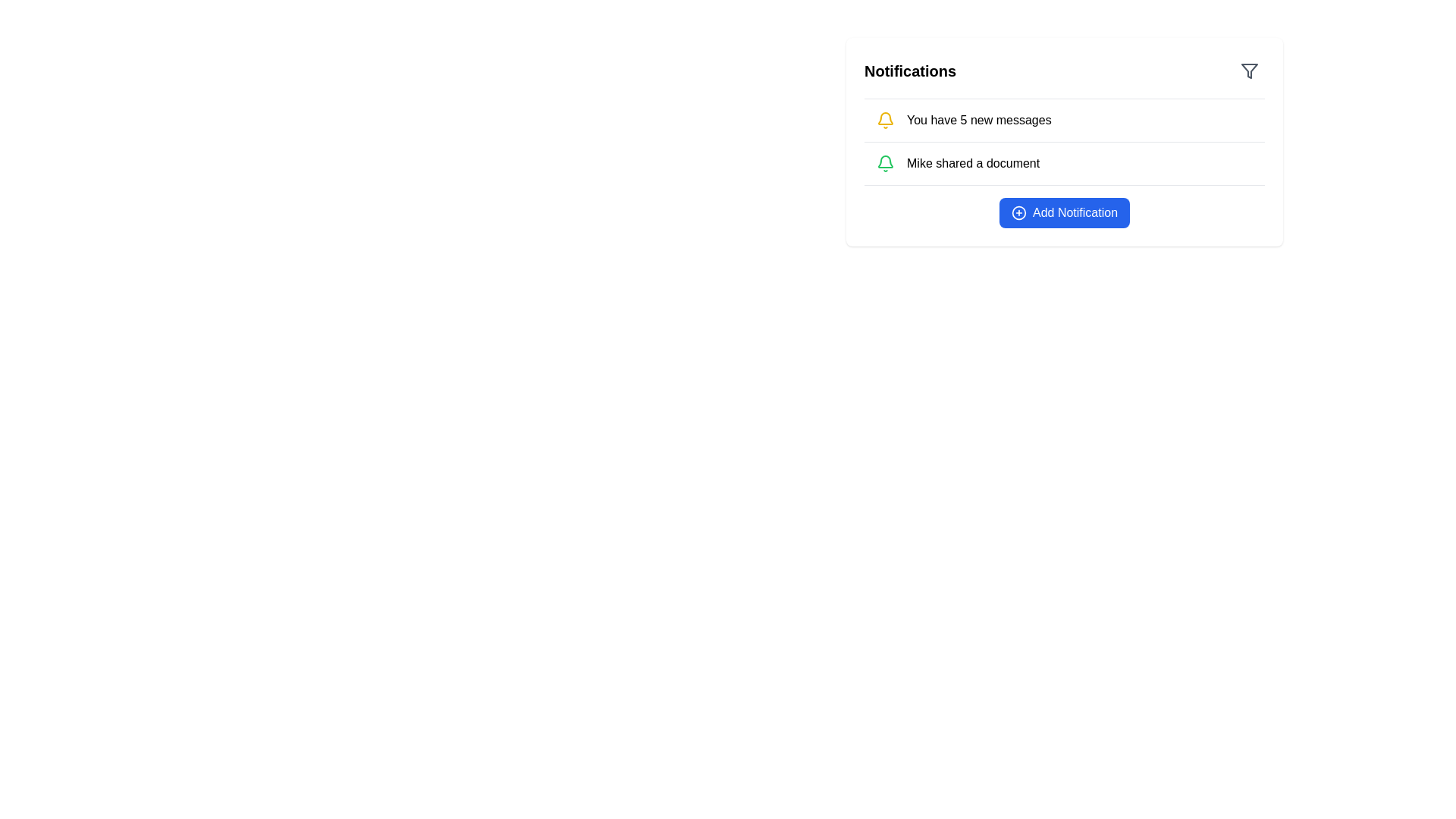 The width and height of the screenshot is (1456, 819). What do you see at coordinates (1249, 71) in the screenshot?
I see `the Decorative SVG icon of a filtering funnel located in the top-right corner of the notification panel` at bounding box center [1249, 71].